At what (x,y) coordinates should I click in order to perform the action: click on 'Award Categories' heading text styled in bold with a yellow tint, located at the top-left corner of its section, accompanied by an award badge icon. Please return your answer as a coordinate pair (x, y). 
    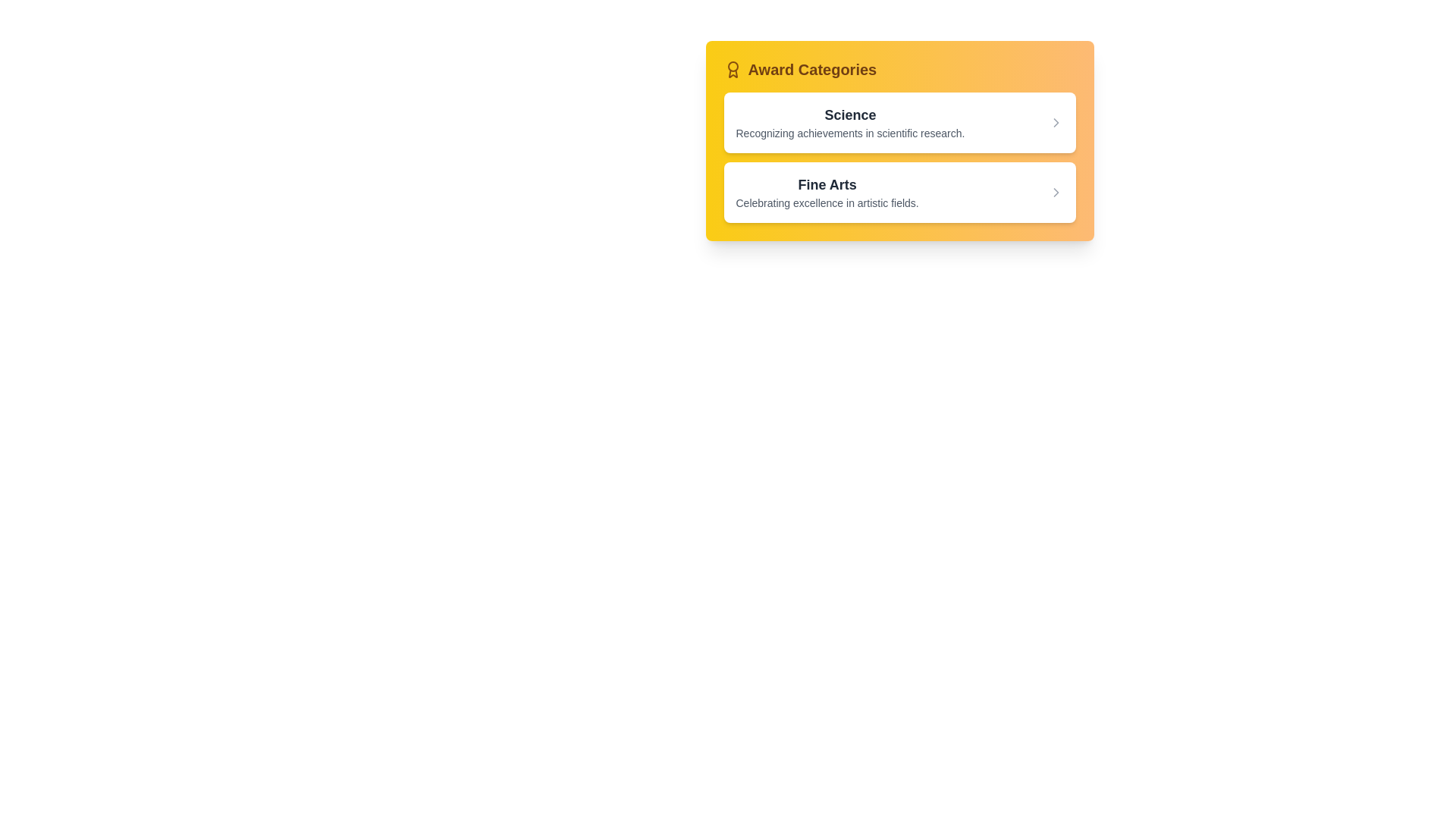
    Looking at the image, I should click on (799, 70).